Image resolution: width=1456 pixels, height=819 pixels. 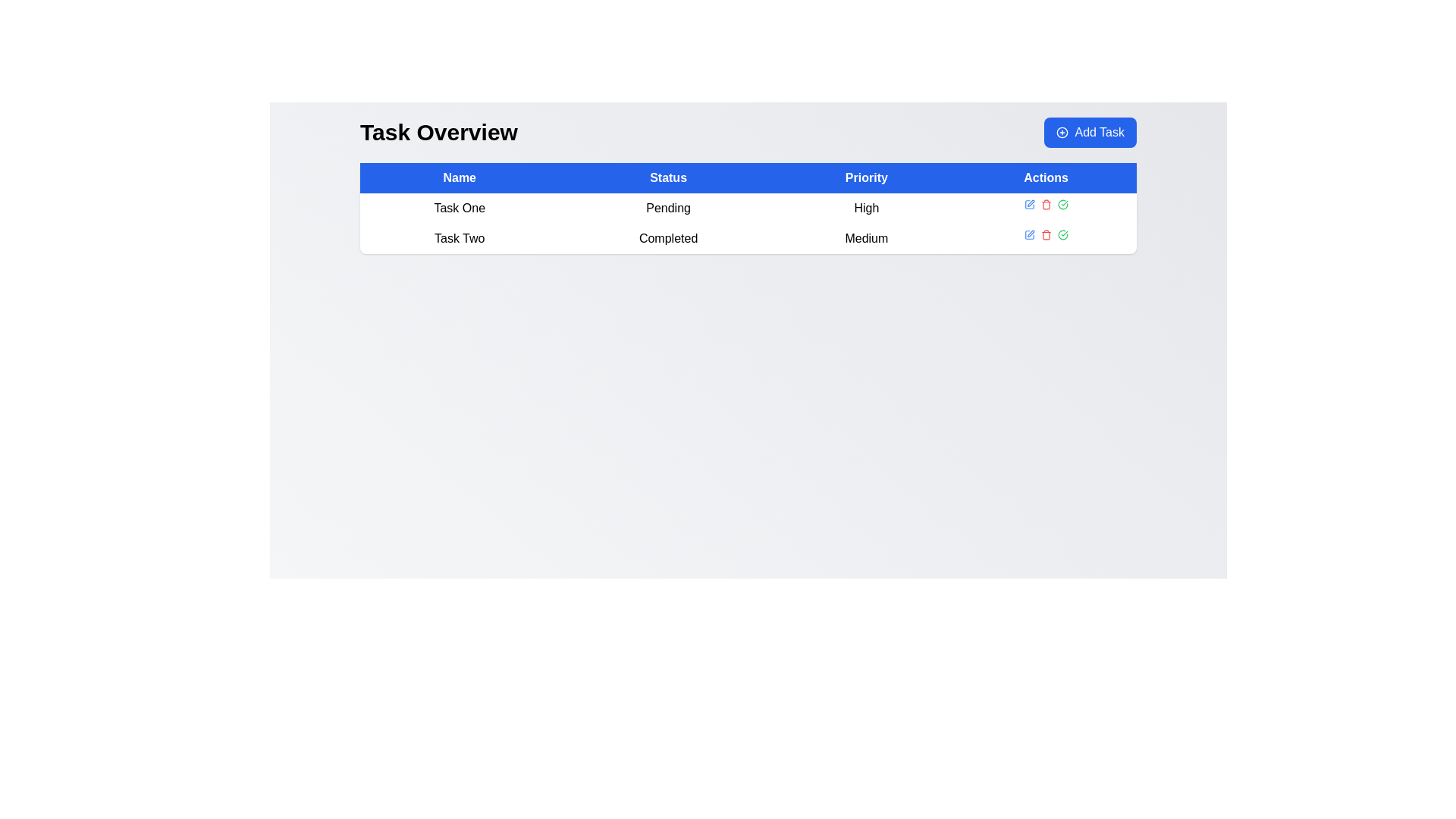 What do you see at coordinates (1062, 131) in the screenshot?
I see `the circular icon element located within the 'Add Task' button at the top-right corner of the interface` at bounding box center [1062, 131].